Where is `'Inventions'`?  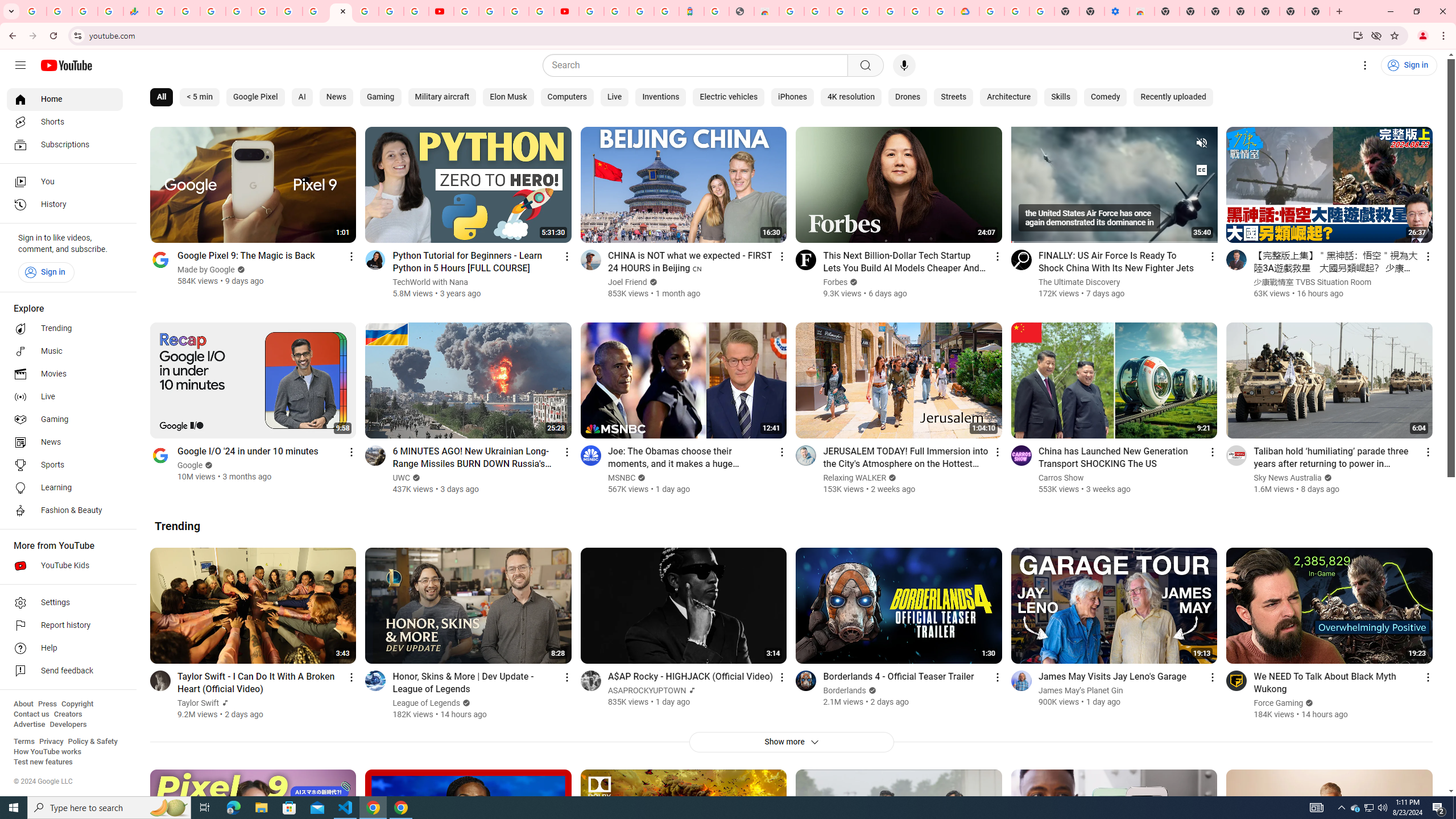 'Inventions' is located at coordinates (659, 97).